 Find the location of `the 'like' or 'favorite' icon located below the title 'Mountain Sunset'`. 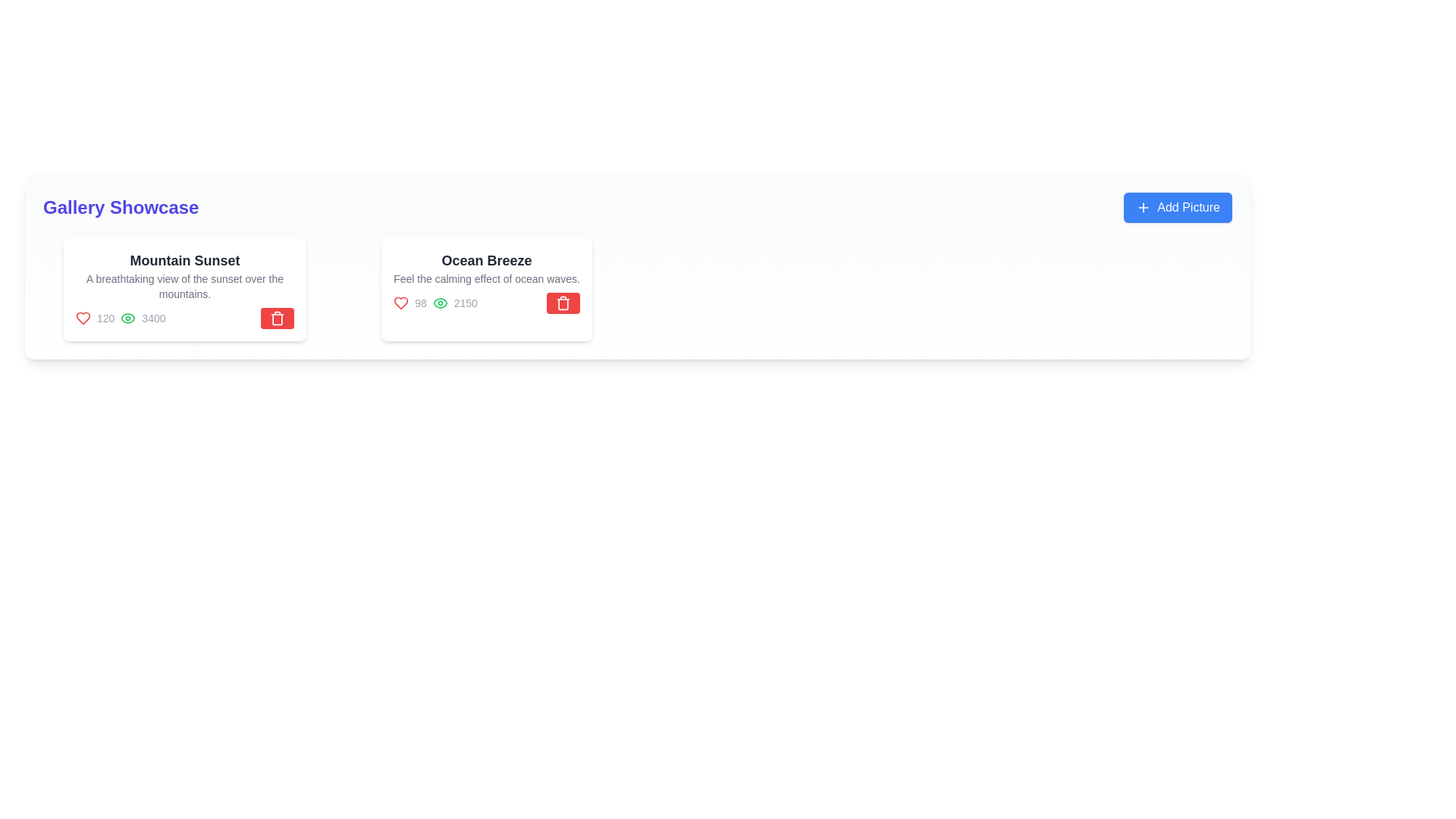

the 'like' or 'favorite' icon located below the title 'Mountain Sunset' is located at coordinates (83, 318).